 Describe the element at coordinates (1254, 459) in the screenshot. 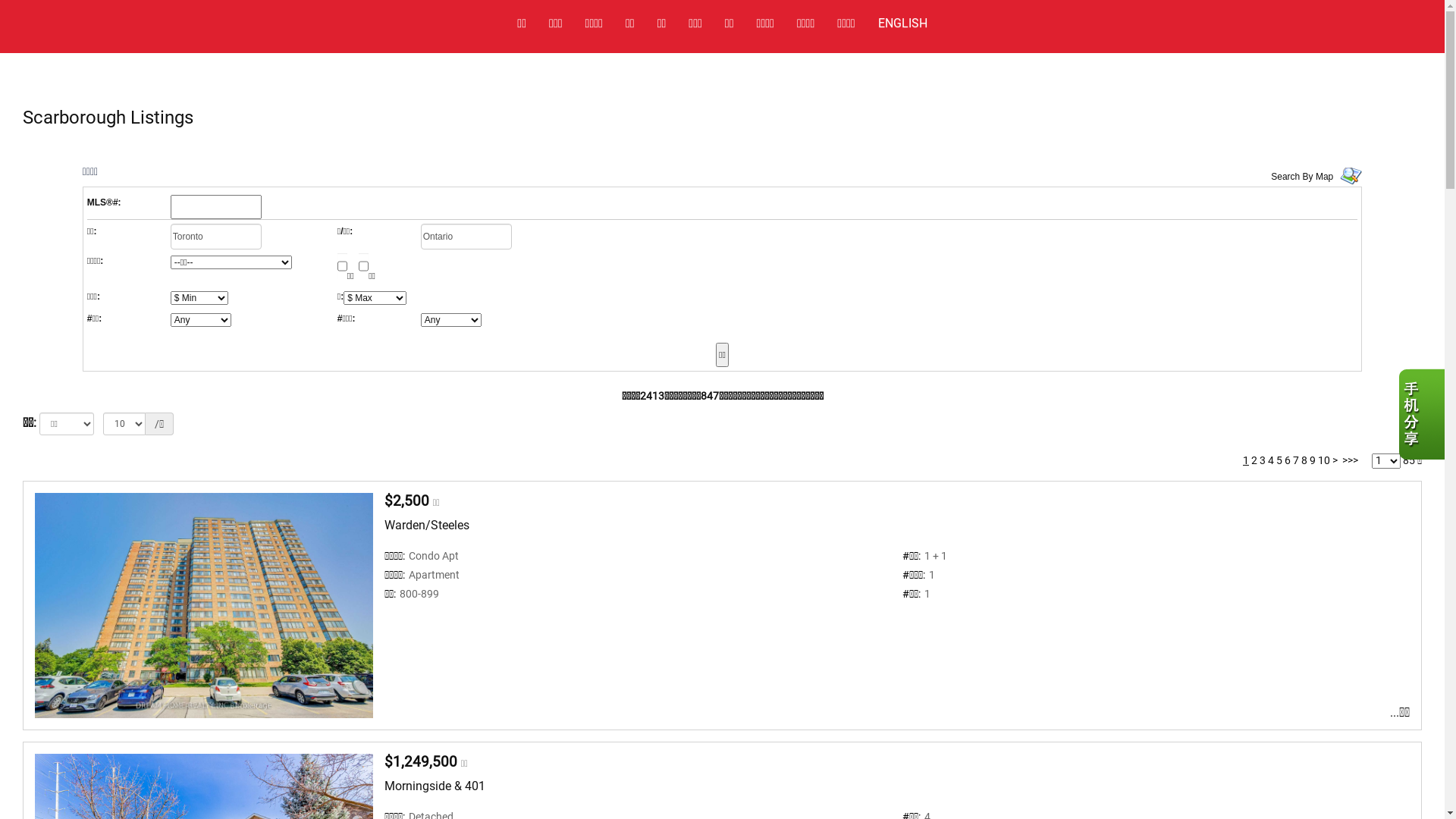

I see `'2'` at that location.